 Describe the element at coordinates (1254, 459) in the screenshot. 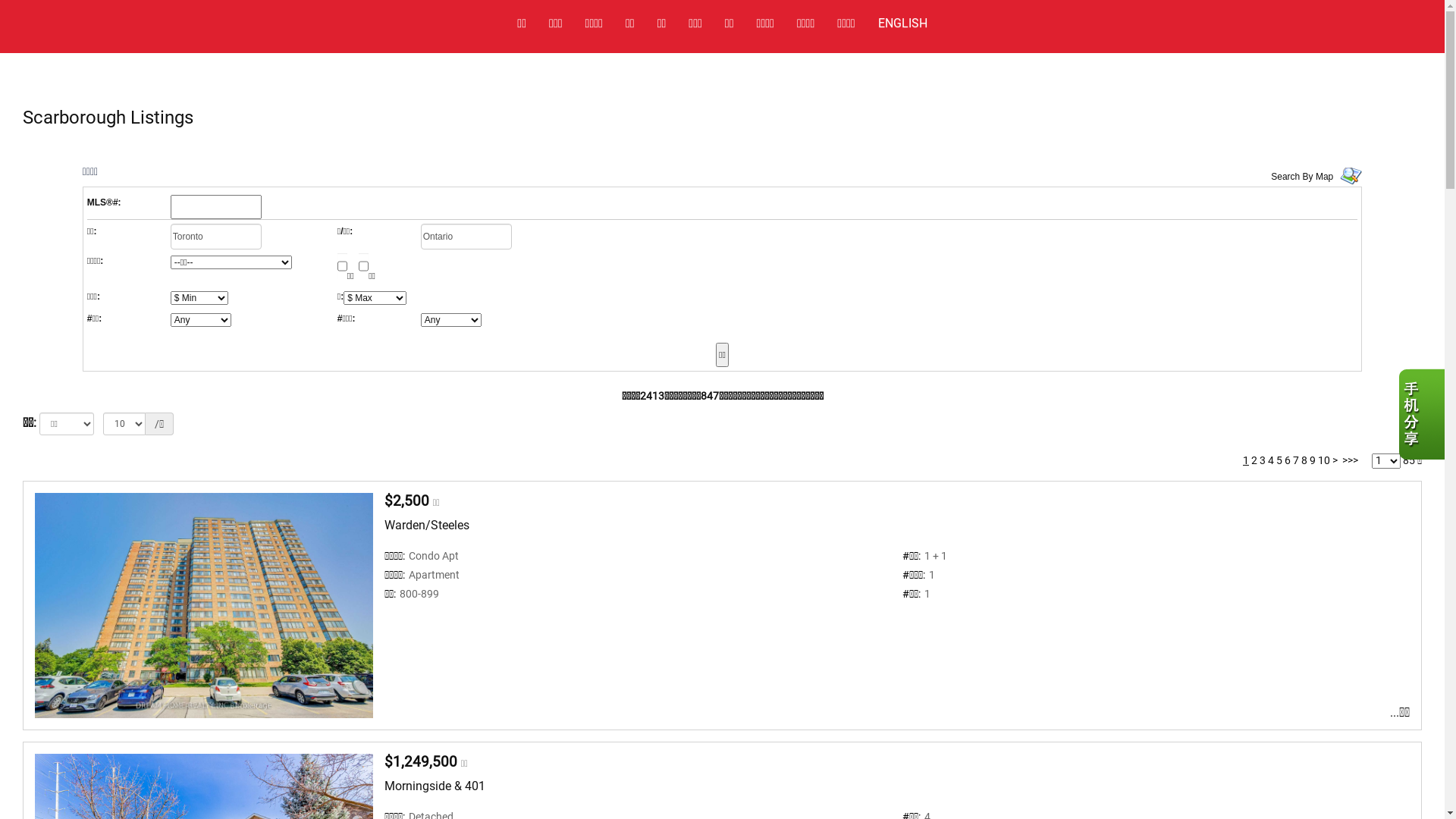

I see `'2'` at that location.